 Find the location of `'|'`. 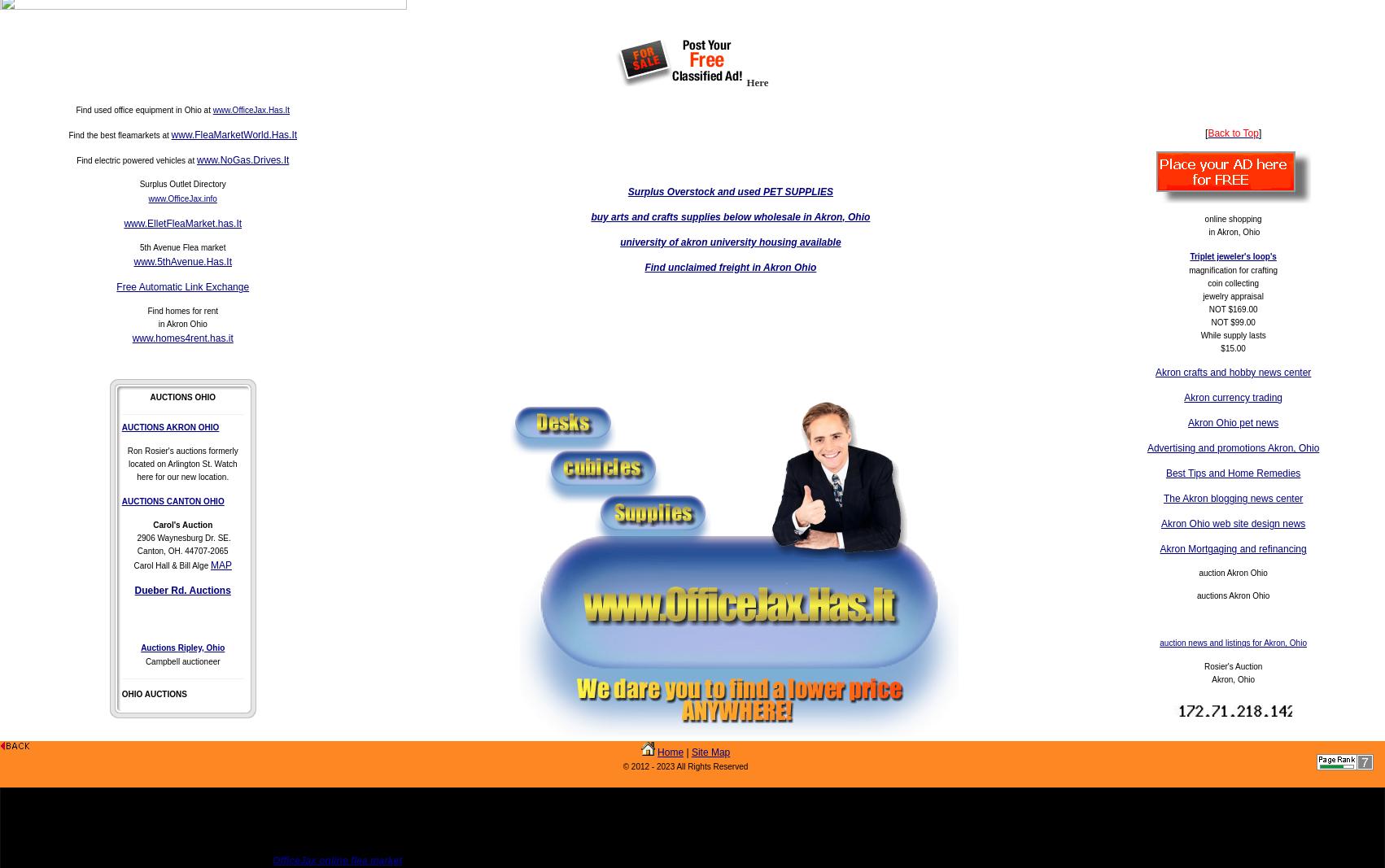

'|' is located at coordinates (686, 752).